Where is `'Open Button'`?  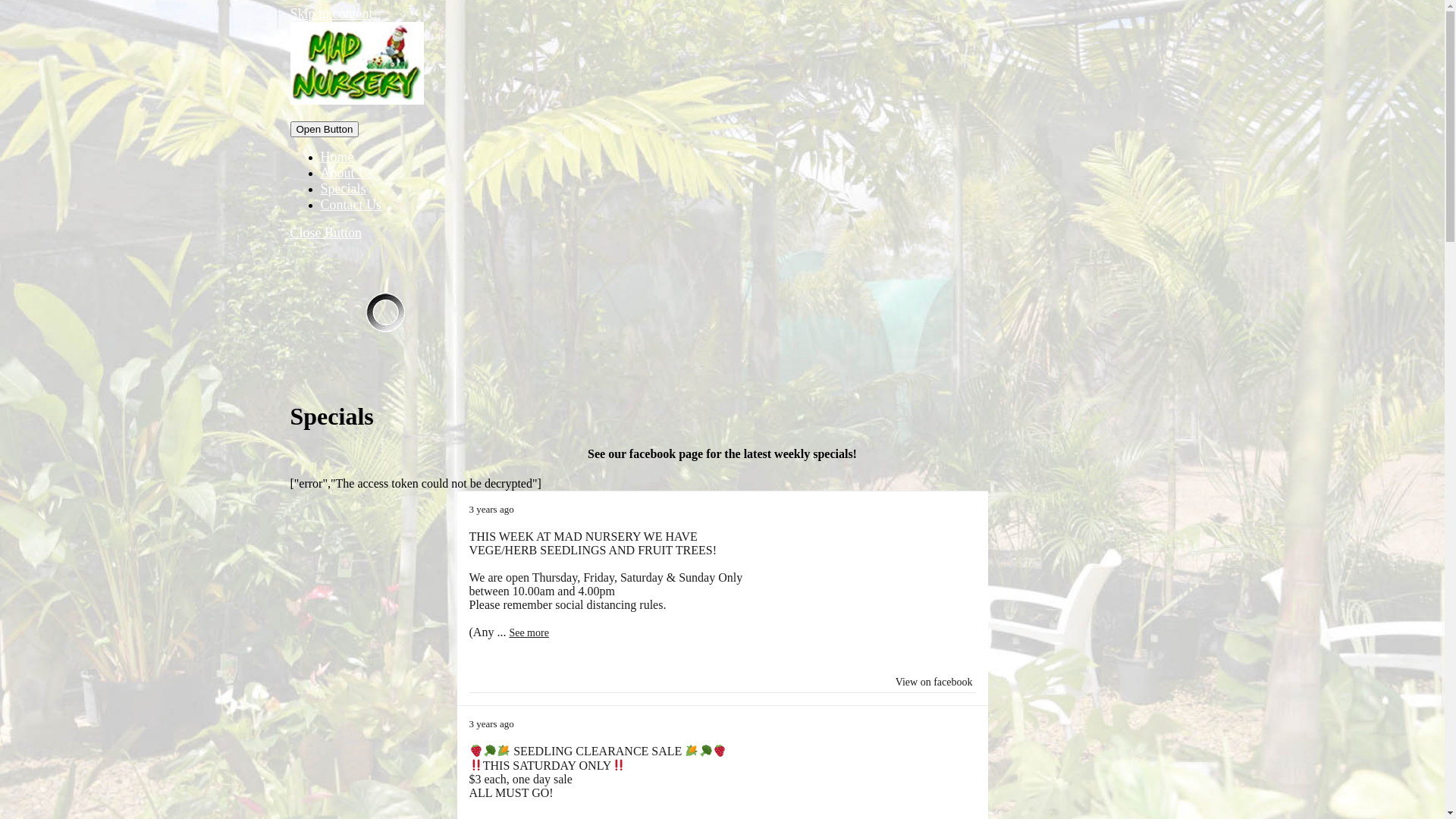
'Open Button' is located at coordinates (323, 128).